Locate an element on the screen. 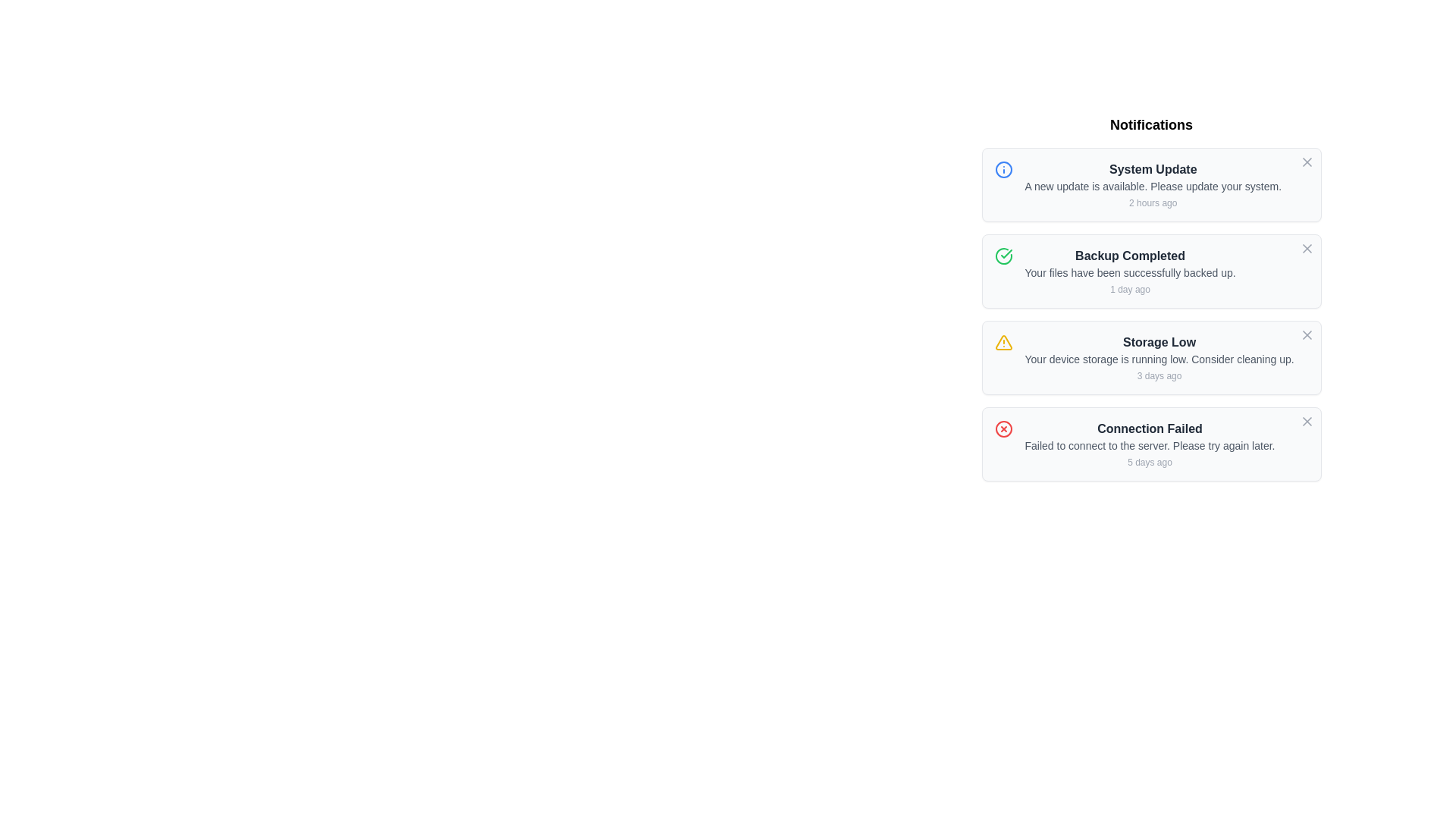 The image size is (1456, 819). the third notification in the list, which alerts the user about low storage and advises cleanup is located at coordinates (1151, 314).